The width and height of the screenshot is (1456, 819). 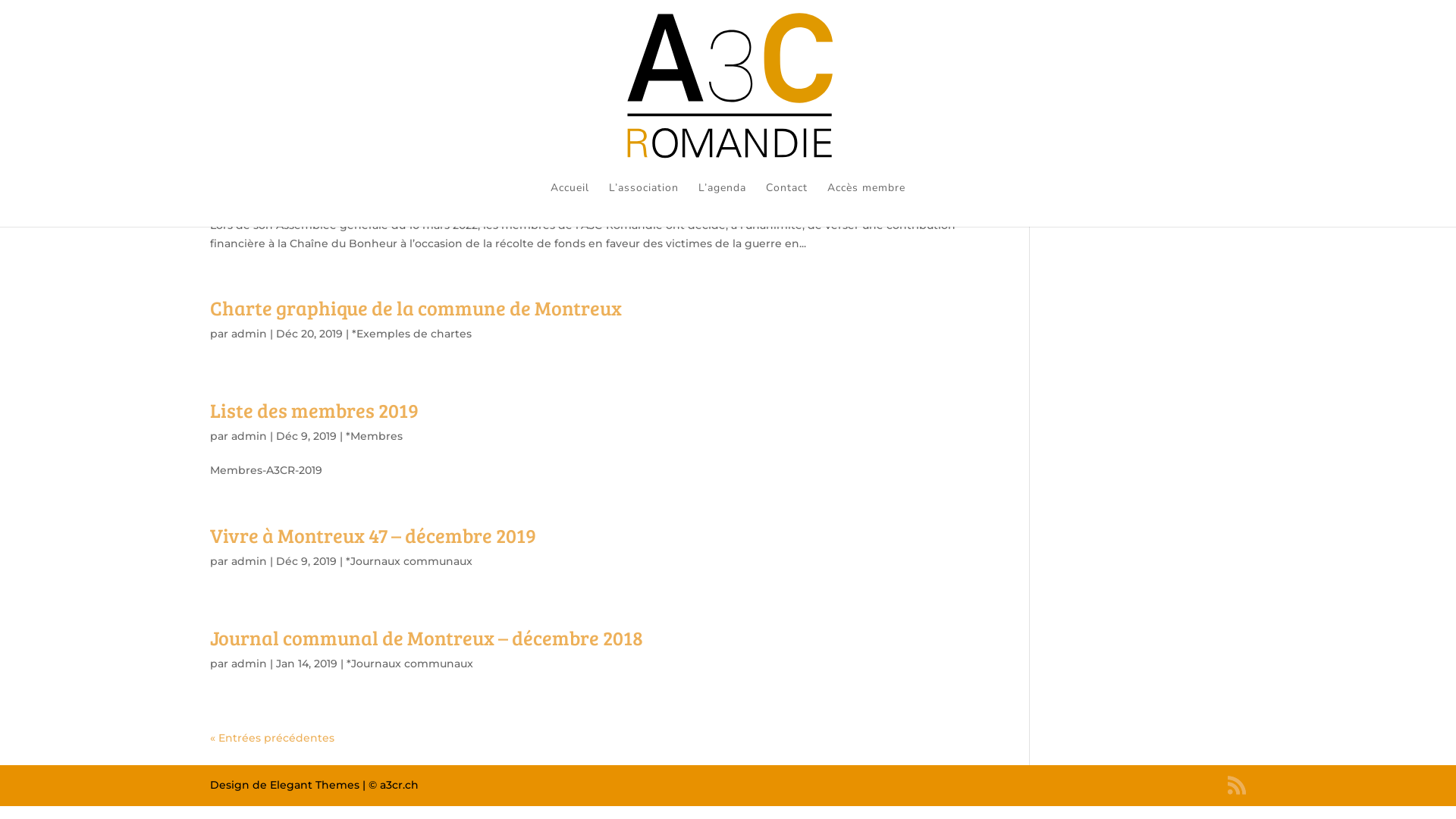 What do you see at coordinates (409, 663) in the screenshot?
I see `'*Journaux communaux'` at bounding box center [409, 663].